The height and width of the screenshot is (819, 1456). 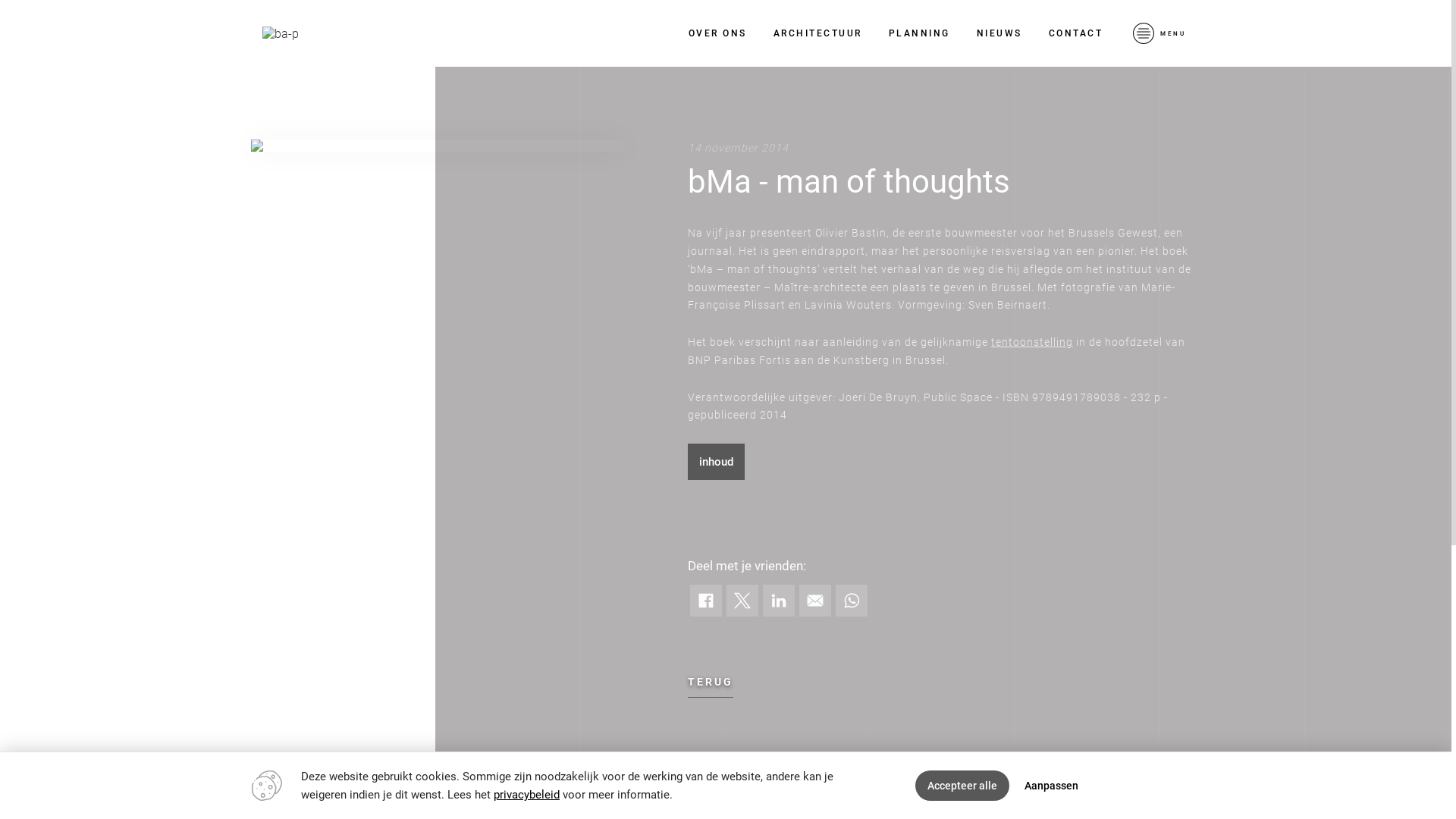 I want to click on 'PLANNING', so click(x=918, y=33).